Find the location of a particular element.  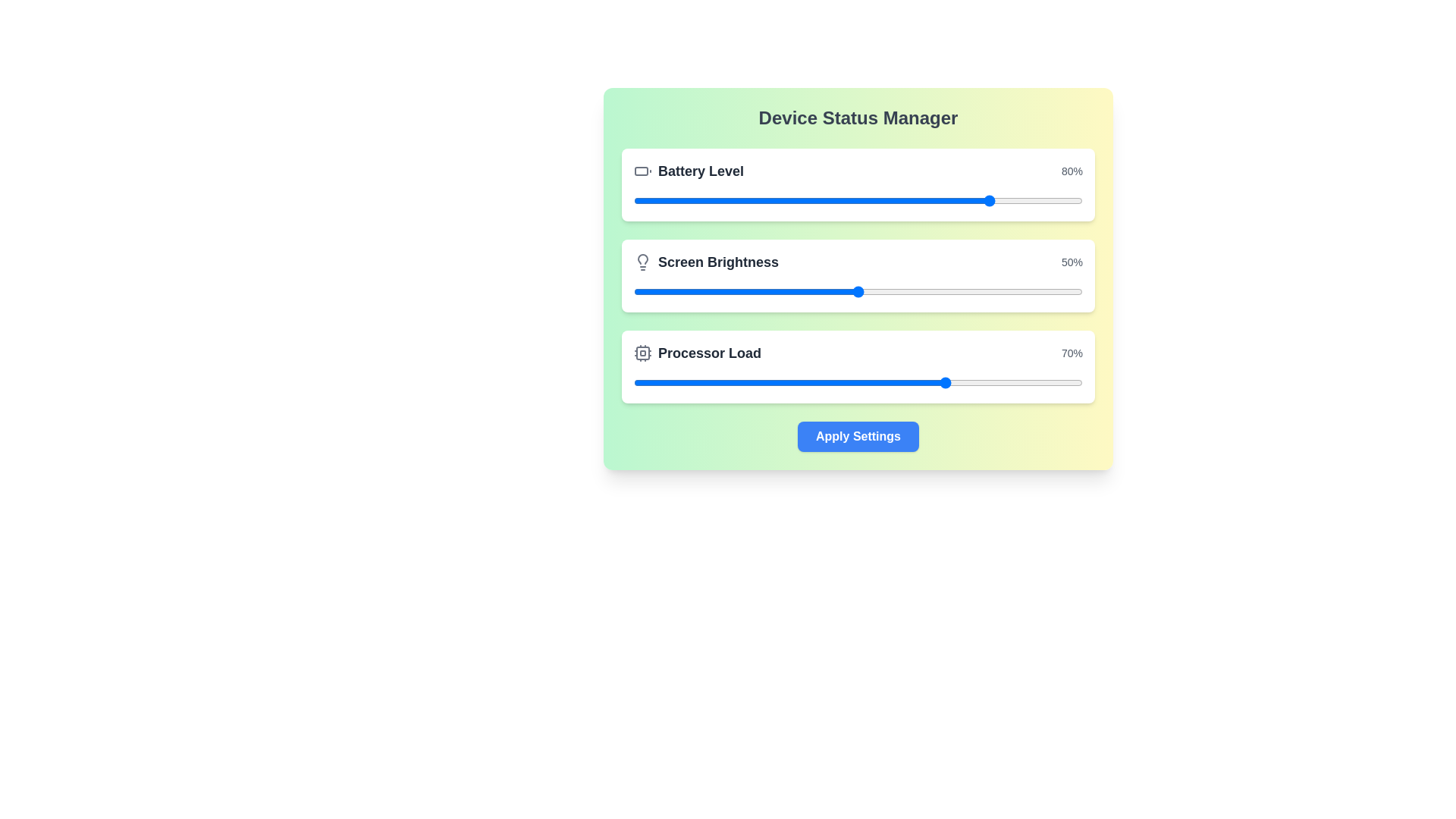

the brightness level is located at coordinates (642, 292).